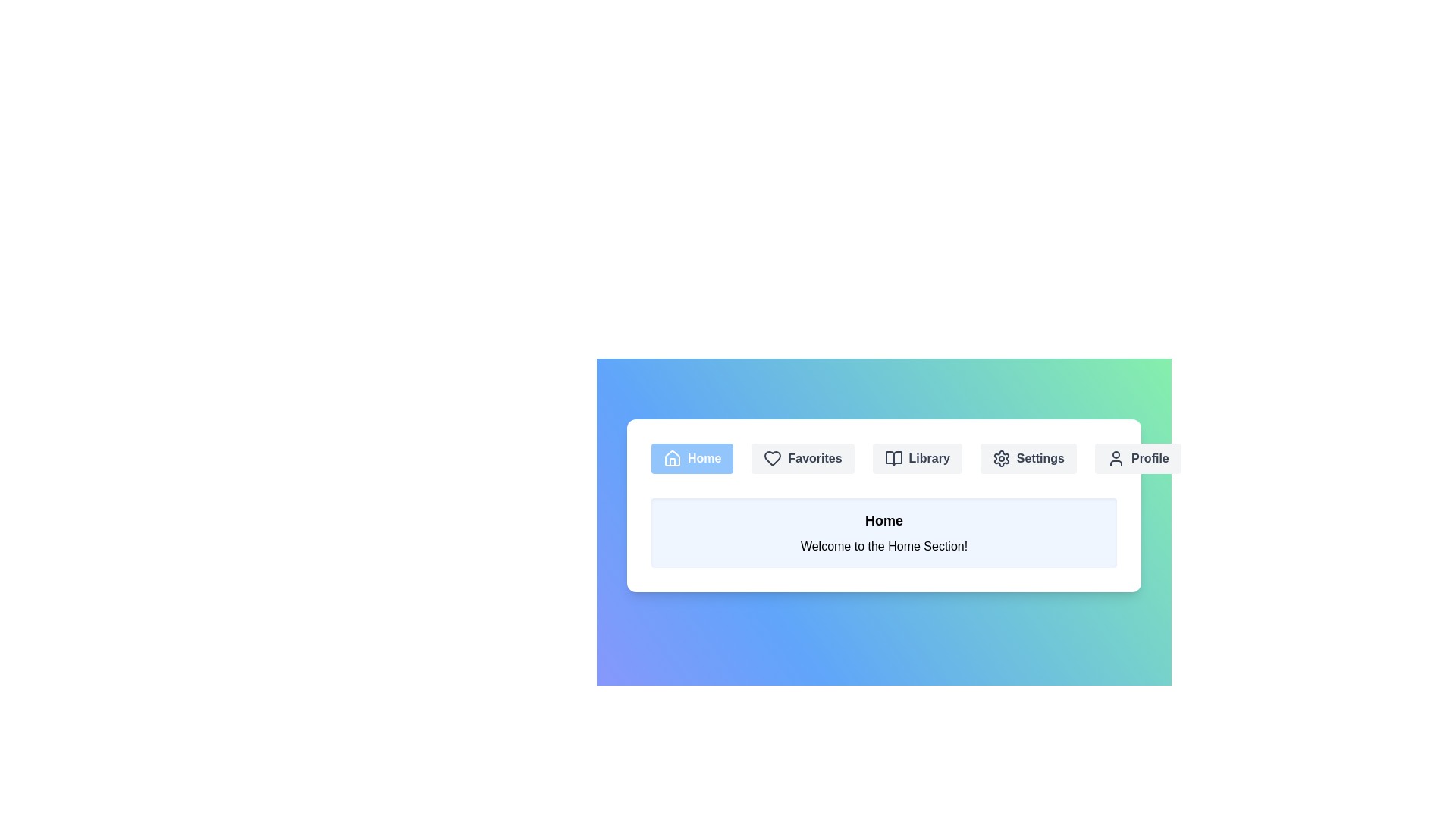 The width and height of the screenshot is (1456, 819). What do you see at coordinates (884, 519) in the screenshot?
I see `the text label indicating the name of the current section or page, which is centered horizontally within a light blue background below the main navigation bar` at bounding box center [884, 519].